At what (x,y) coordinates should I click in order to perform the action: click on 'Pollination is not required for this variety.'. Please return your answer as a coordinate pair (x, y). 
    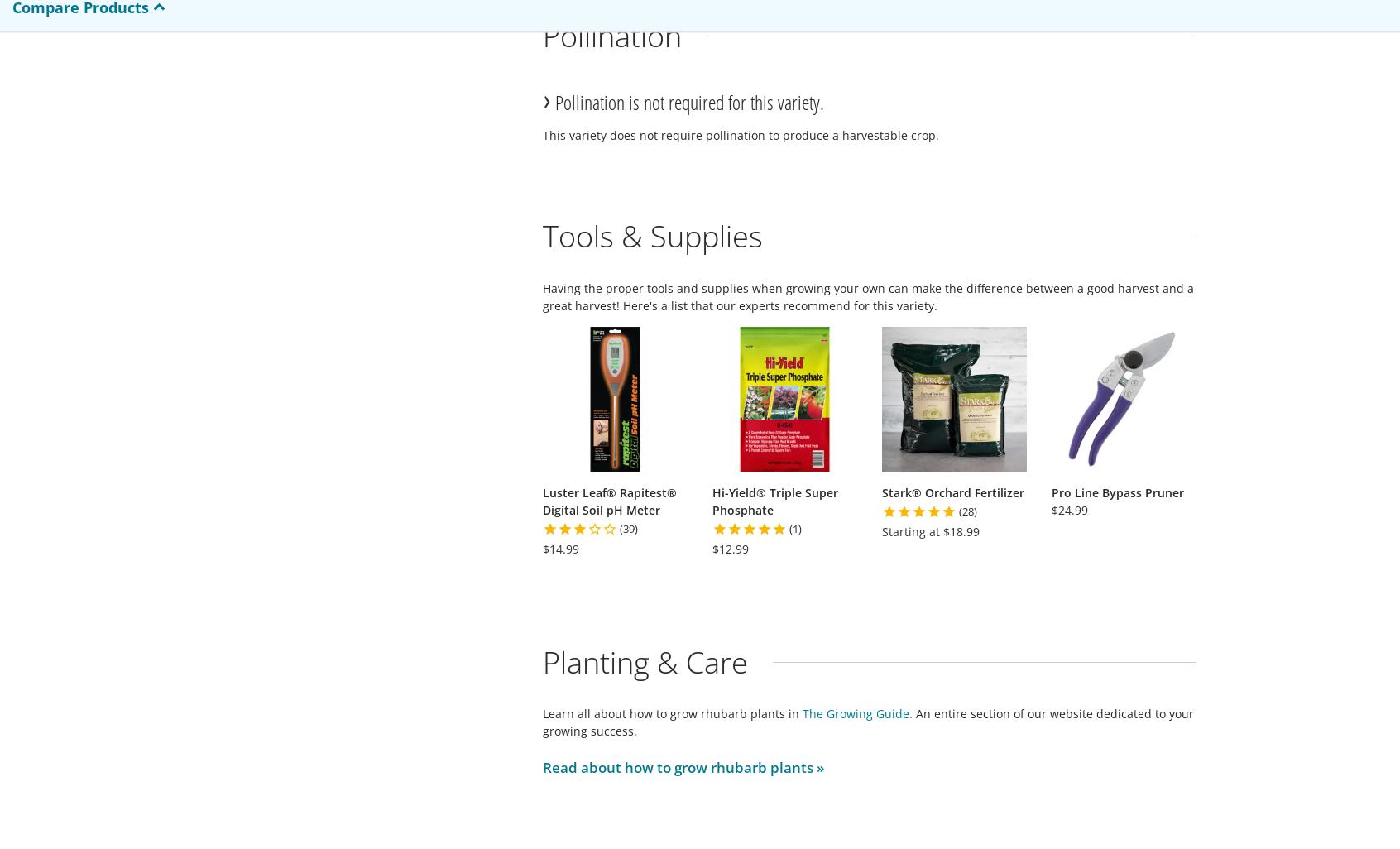
    Looking at the image, I should click on (689, 101).